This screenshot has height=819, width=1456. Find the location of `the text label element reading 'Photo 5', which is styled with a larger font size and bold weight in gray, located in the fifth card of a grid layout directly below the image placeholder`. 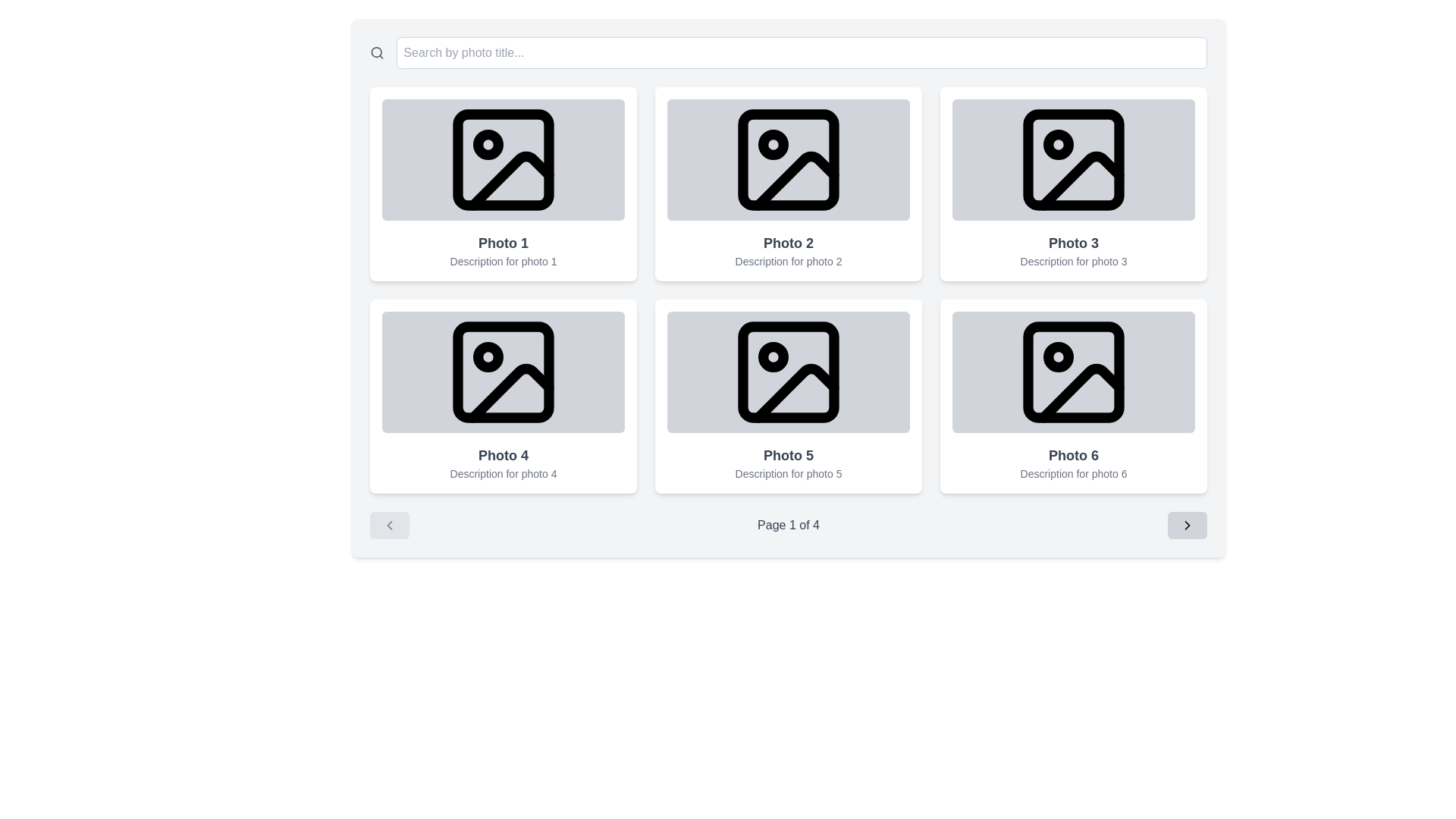

the text label element reading 'Photo 5', which is styled with a larger font size and bold weight in gray, located in the fifth card of a grid layout directly below the image placeholder is located at coordinates (789, 455).